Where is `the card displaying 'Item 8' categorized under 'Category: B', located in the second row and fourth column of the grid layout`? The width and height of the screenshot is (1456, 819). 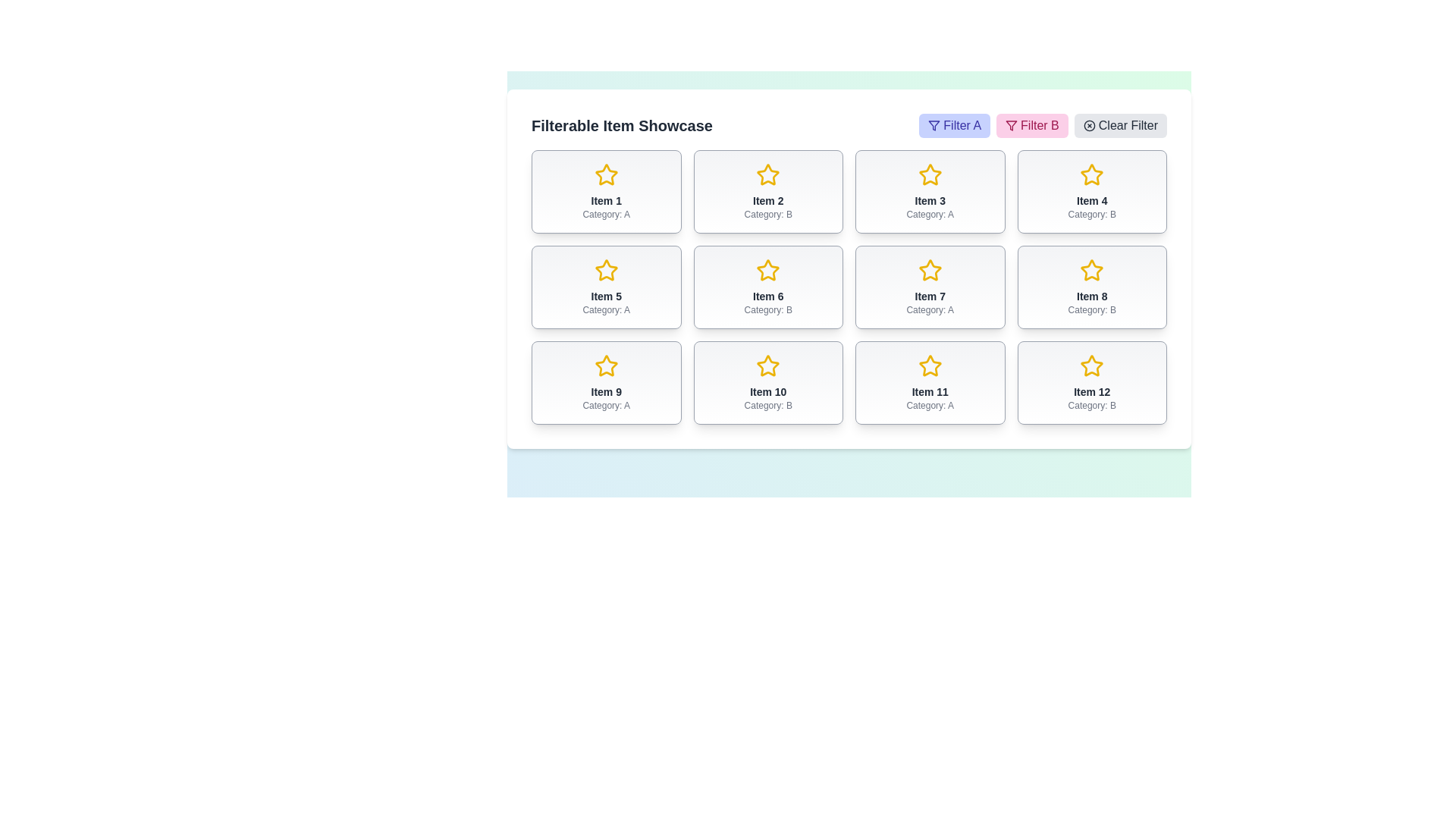 the card displaying 'Item 8' categorized under 'Category: B', located in the second row and fourth column of the grid layout is located at coordinates (1092, 287).